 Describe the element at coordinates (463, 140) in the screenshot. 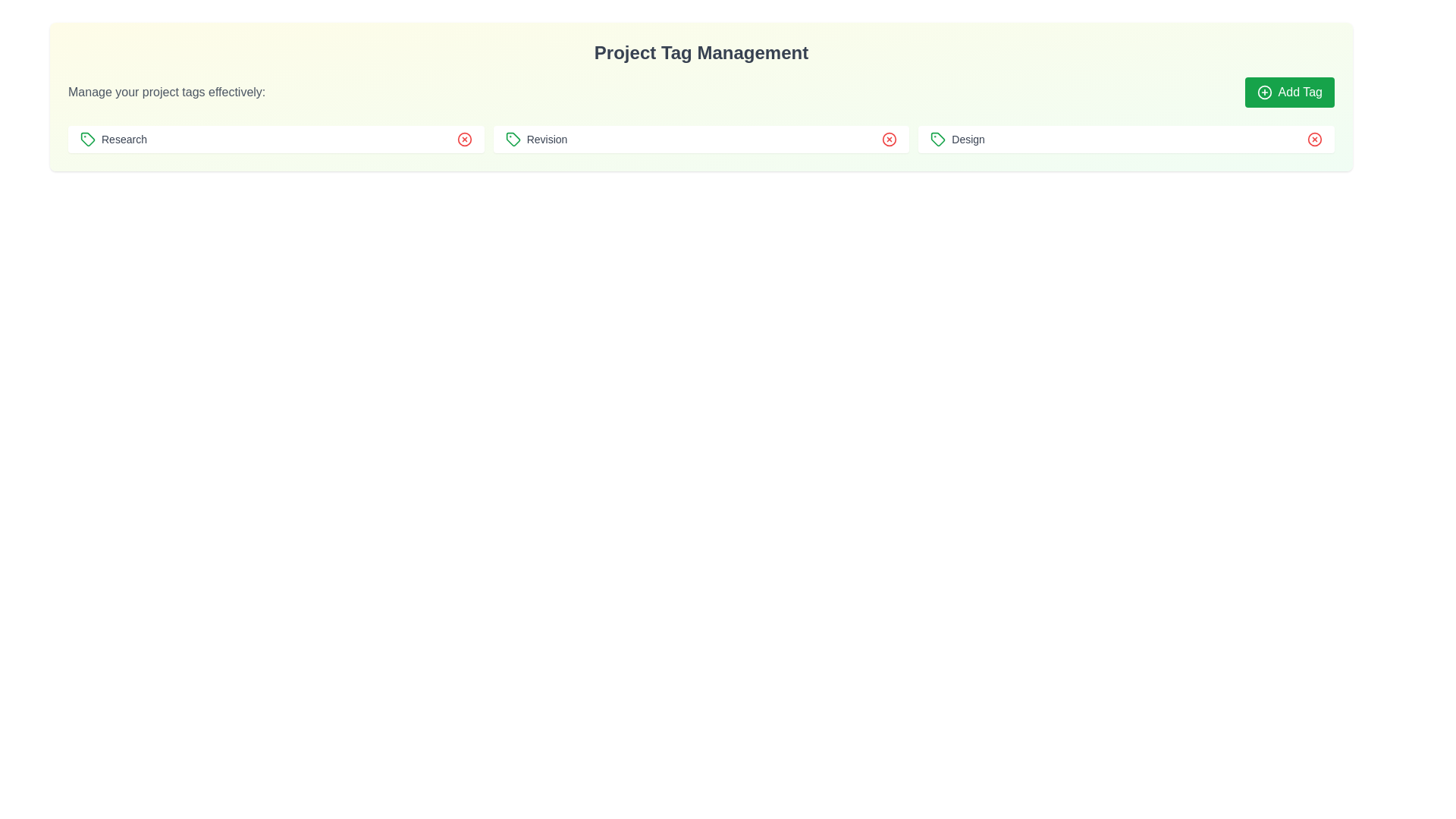

I see `the 'close' icon within the 'Revision' tag in the horizontal list of tags at the top of the interface` at that location.